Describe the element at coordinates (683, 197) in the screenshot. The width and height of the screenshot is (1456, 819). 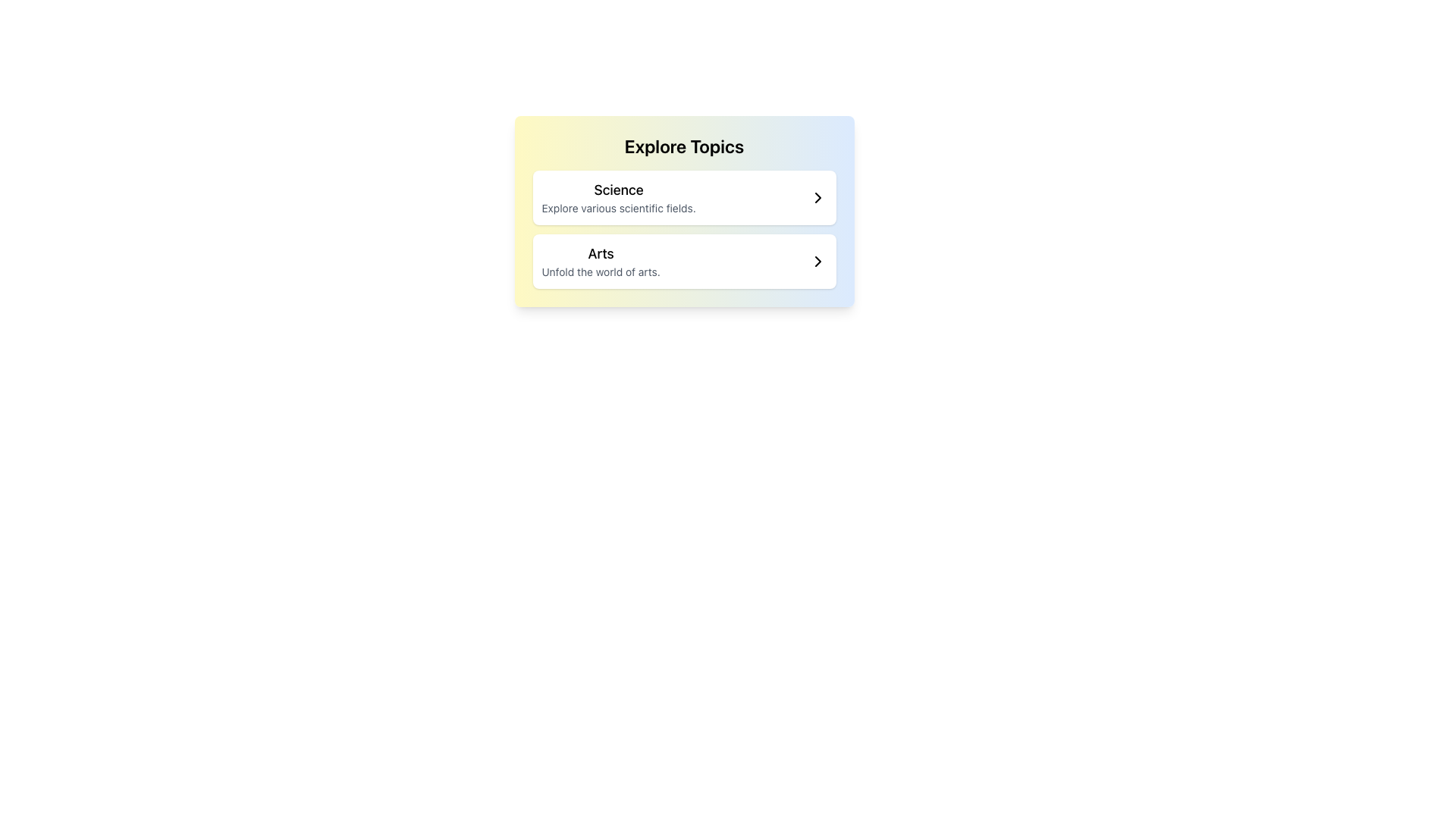
I see `the 'Science' clickable card using keyboard navigation` at that location.